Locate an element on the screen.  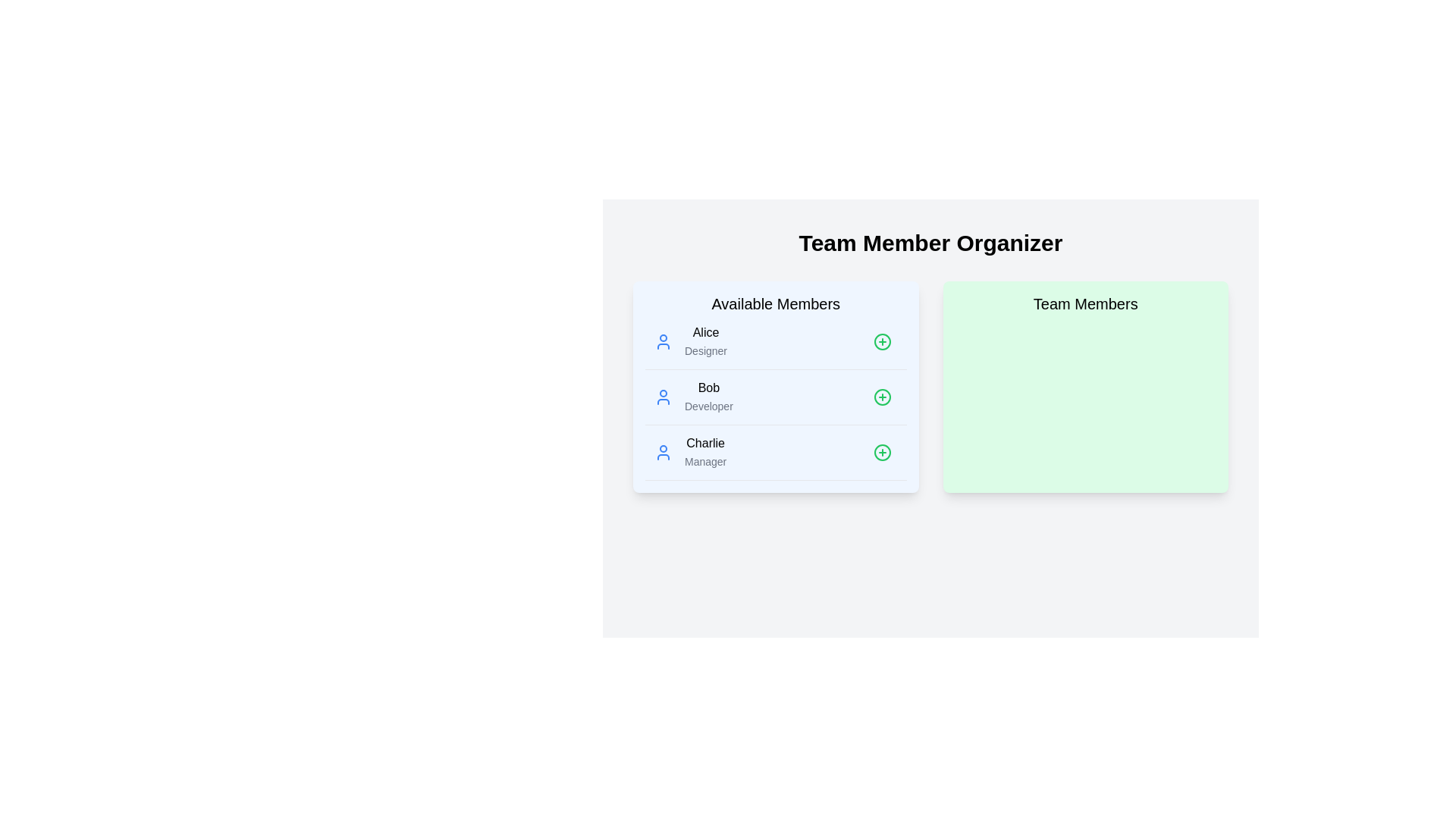
the Text Block displaying 'Alice' and 'Designer' in the 'Available Members' section is located at coordinates (705, 342).